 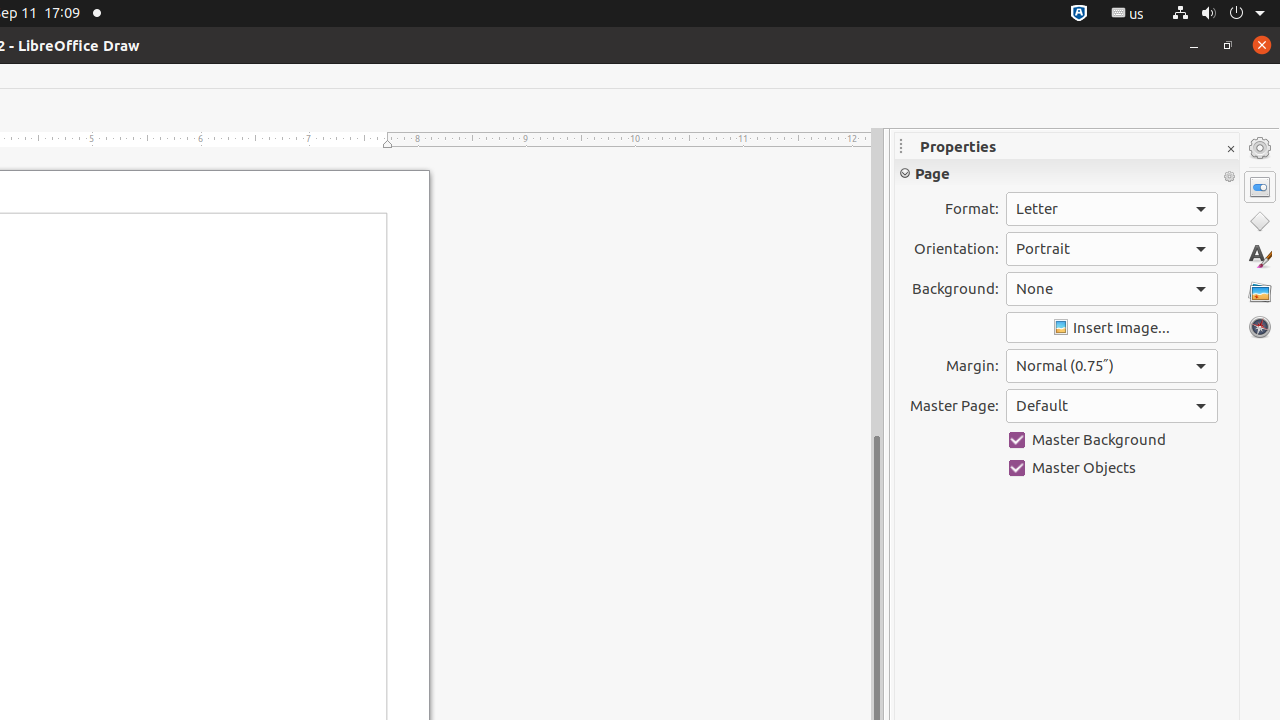 What do you see at coordinates (1110, 289) in the screenshot?
I see `'Background:'` at bounding box center [1110, 289].